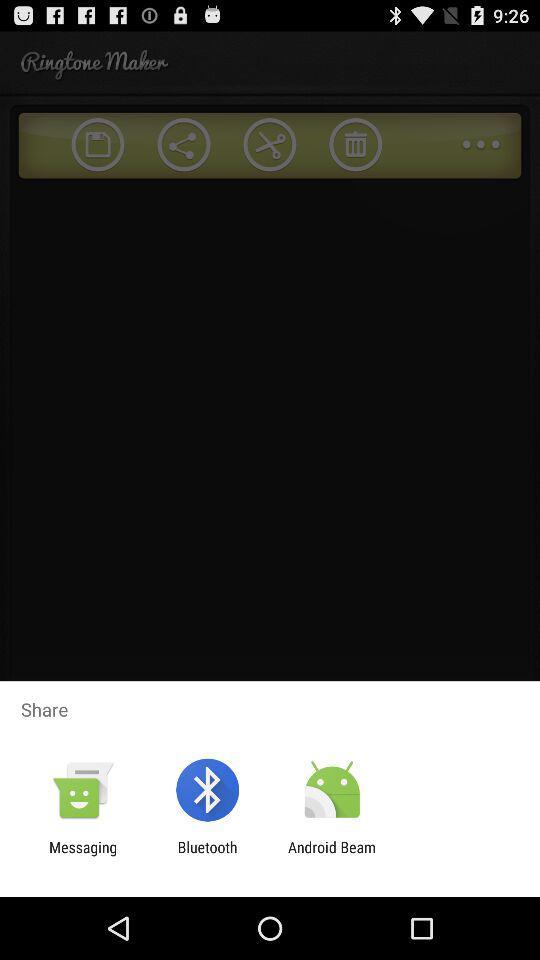  I want to click on app next to the bluetooth icon, so click(82, 855).